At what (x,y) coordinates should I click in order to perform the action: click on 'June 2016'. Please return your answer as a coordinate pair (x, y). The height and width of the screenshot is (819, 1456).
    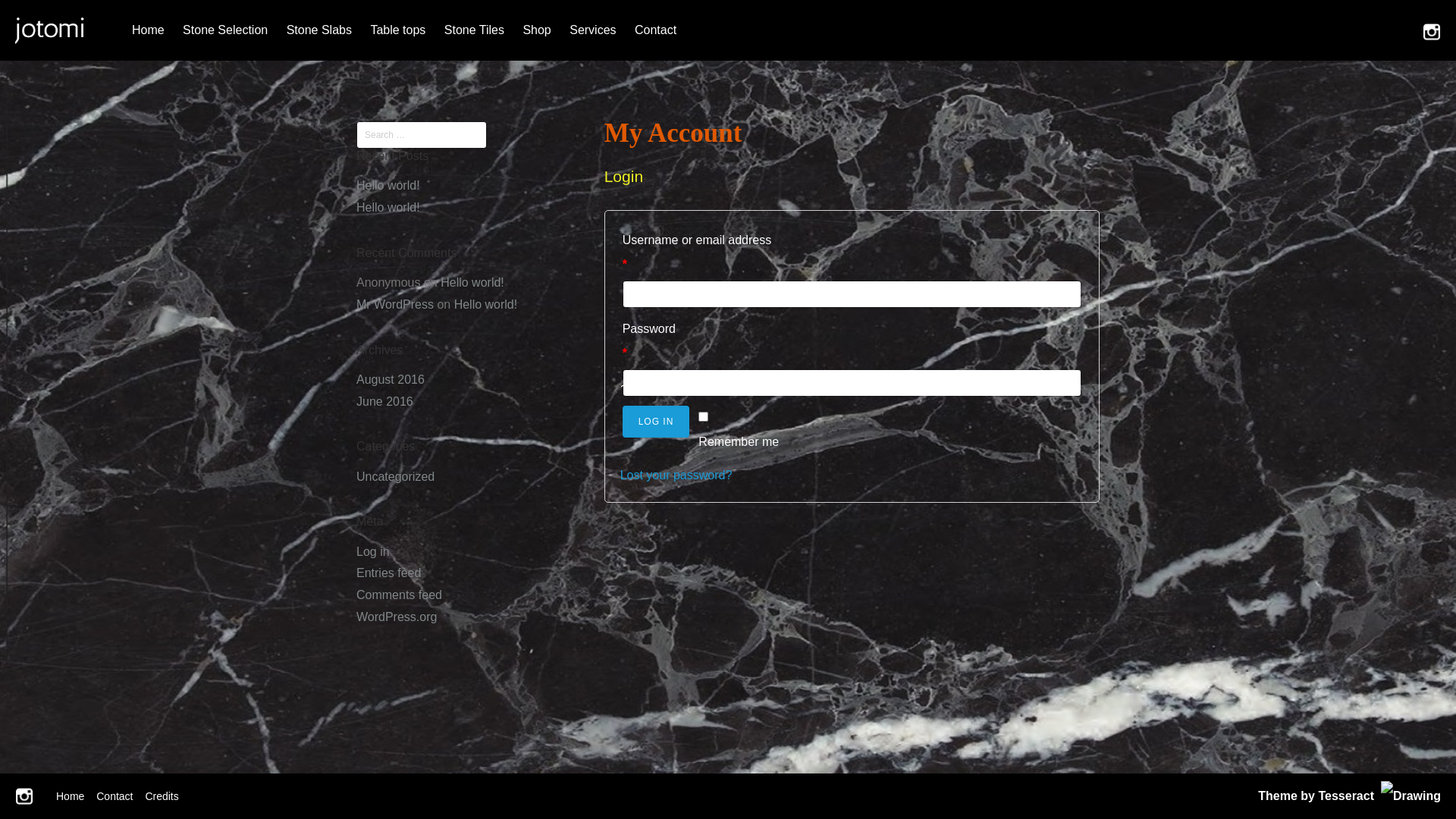
    Looking at the image, I should click on (356, 400).